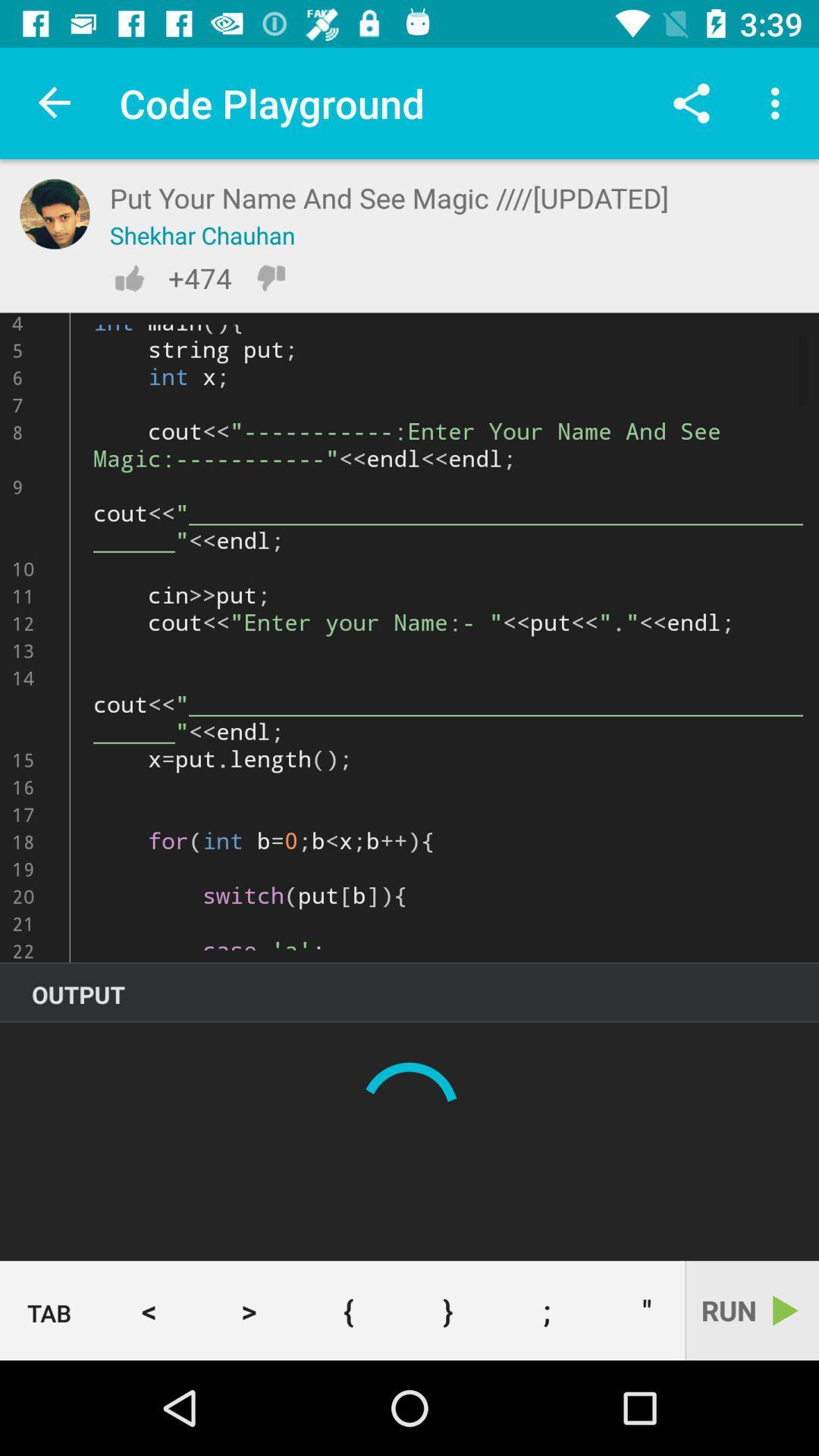  Describe the element at coordinates (270, 278) in the screenshot. I see `dislike` at that location.